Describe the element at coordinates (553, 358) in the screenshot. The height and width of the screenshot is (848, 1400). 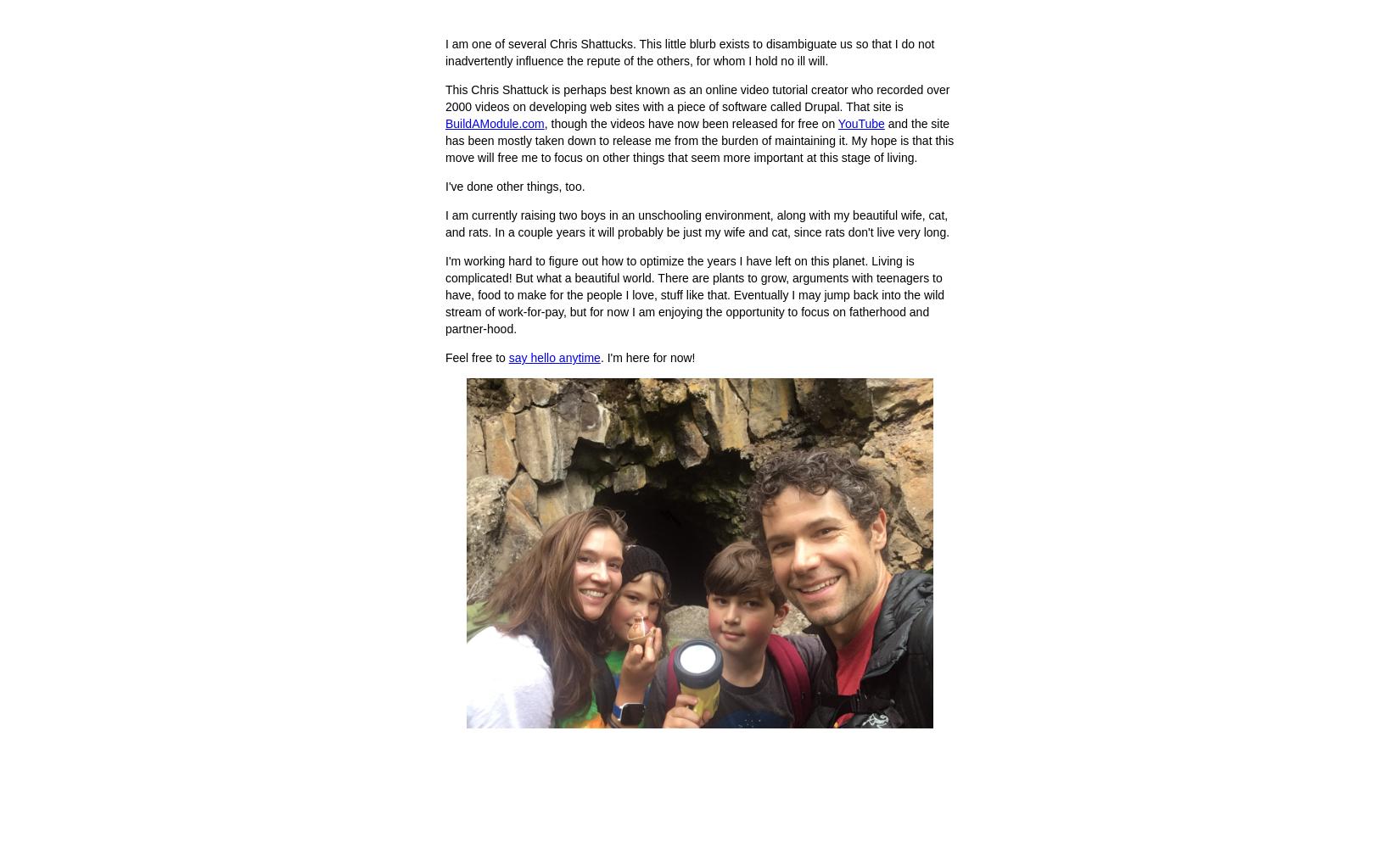
I see `'say hello anytime'` at that location.